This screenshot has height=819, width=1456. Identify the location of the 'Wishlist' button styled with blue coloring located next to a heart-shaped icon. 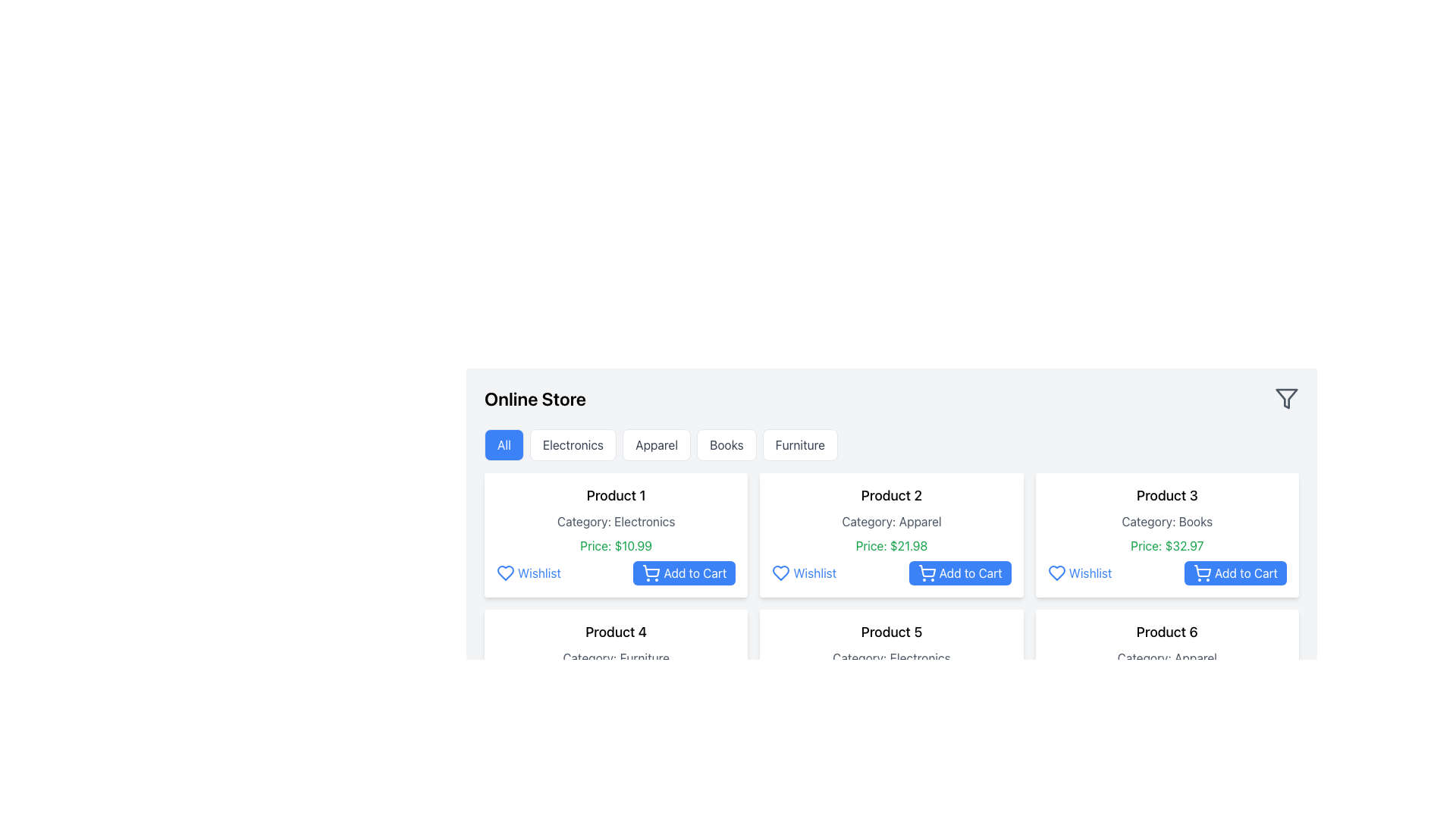
(529, 573).